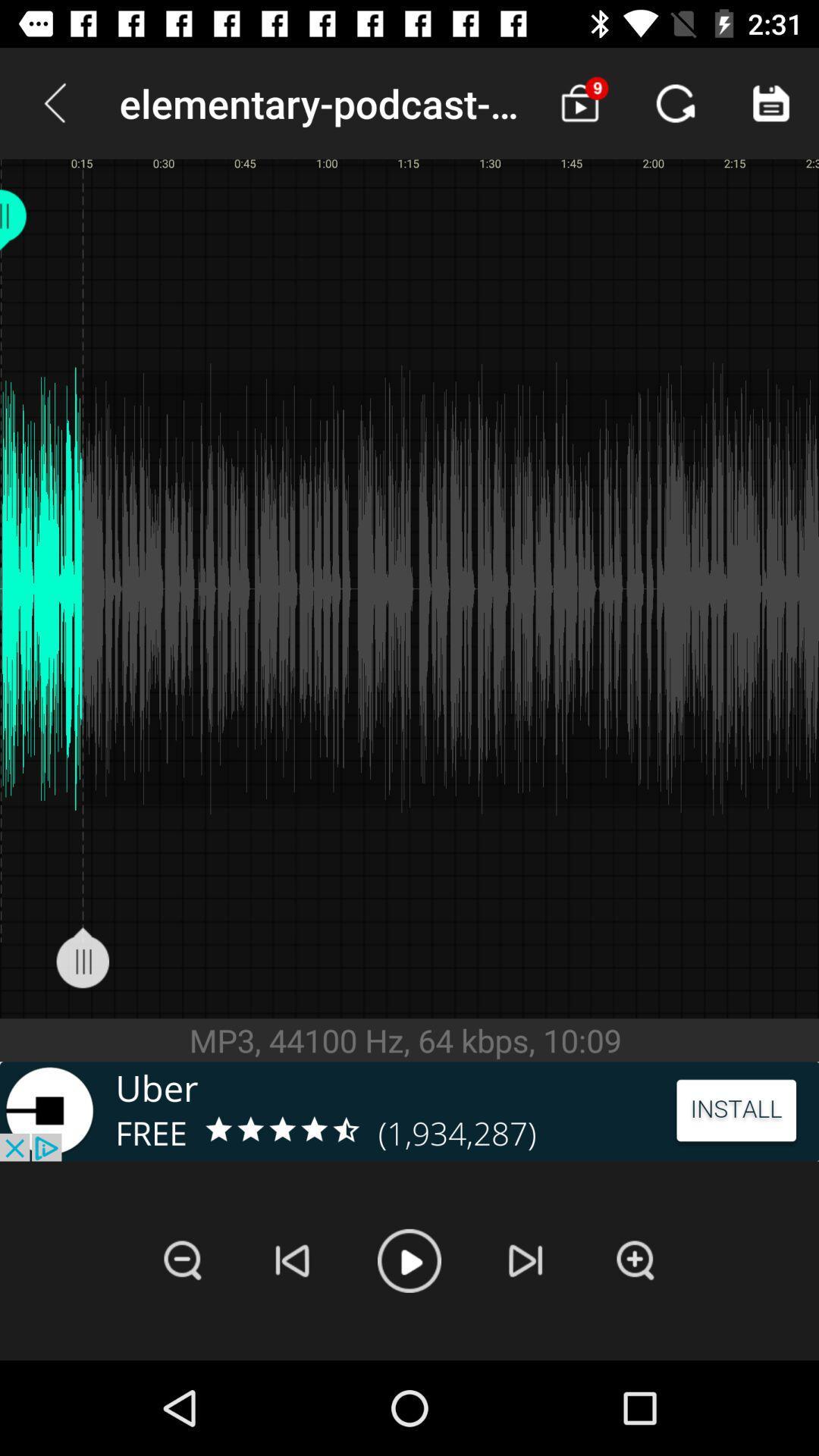  What do you see at coordinates (409, 1260) in the screenshot?
I see `the play icon` at bounding box center [409, 1260].